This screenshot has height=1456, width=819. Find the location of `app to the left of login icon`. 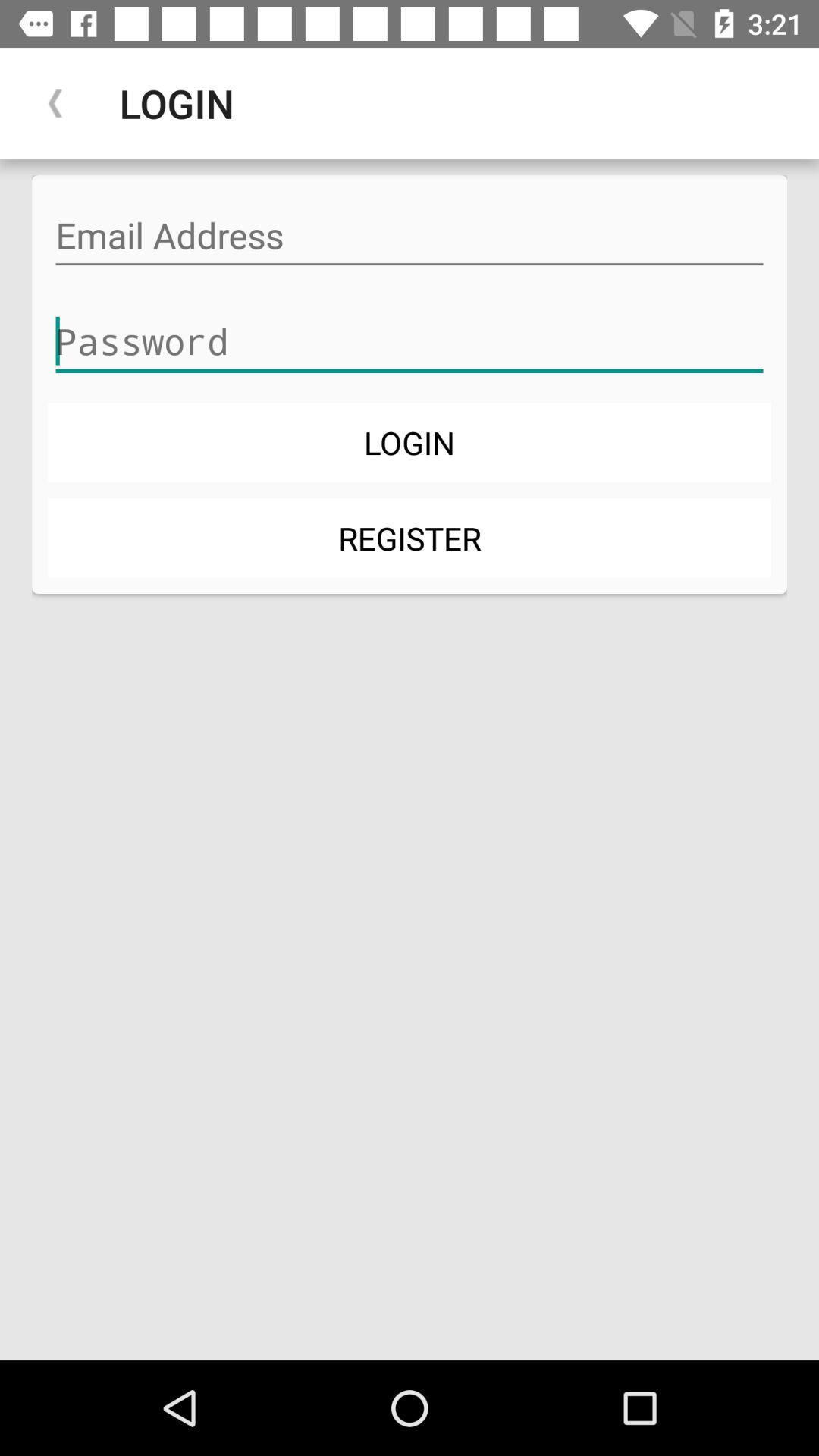

app to the left of login icon is located at coordinates (55, 102).